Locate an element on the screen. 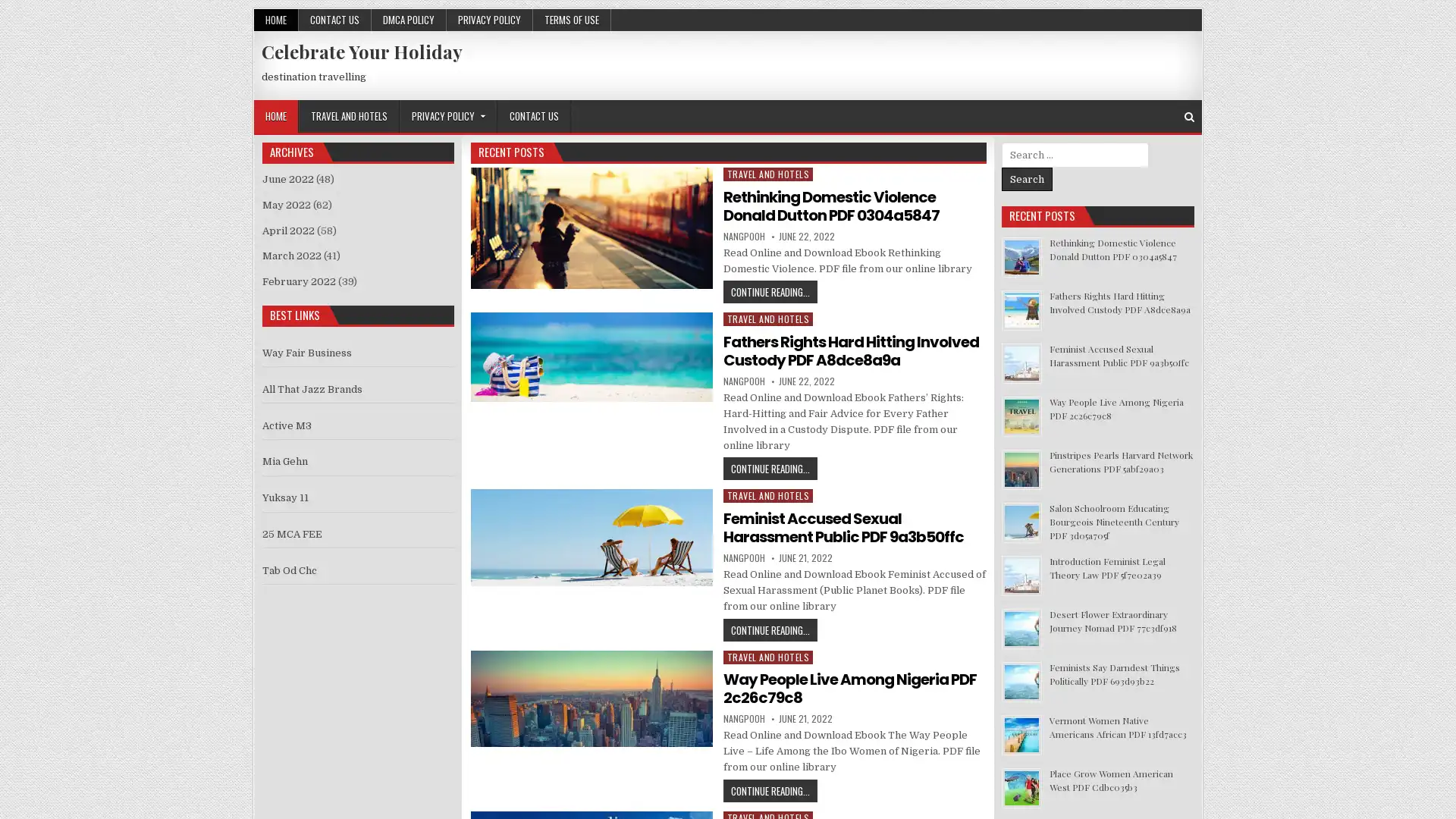 This screenshot has height=819, width=1456. Search is located at coordinates (1027, 178).